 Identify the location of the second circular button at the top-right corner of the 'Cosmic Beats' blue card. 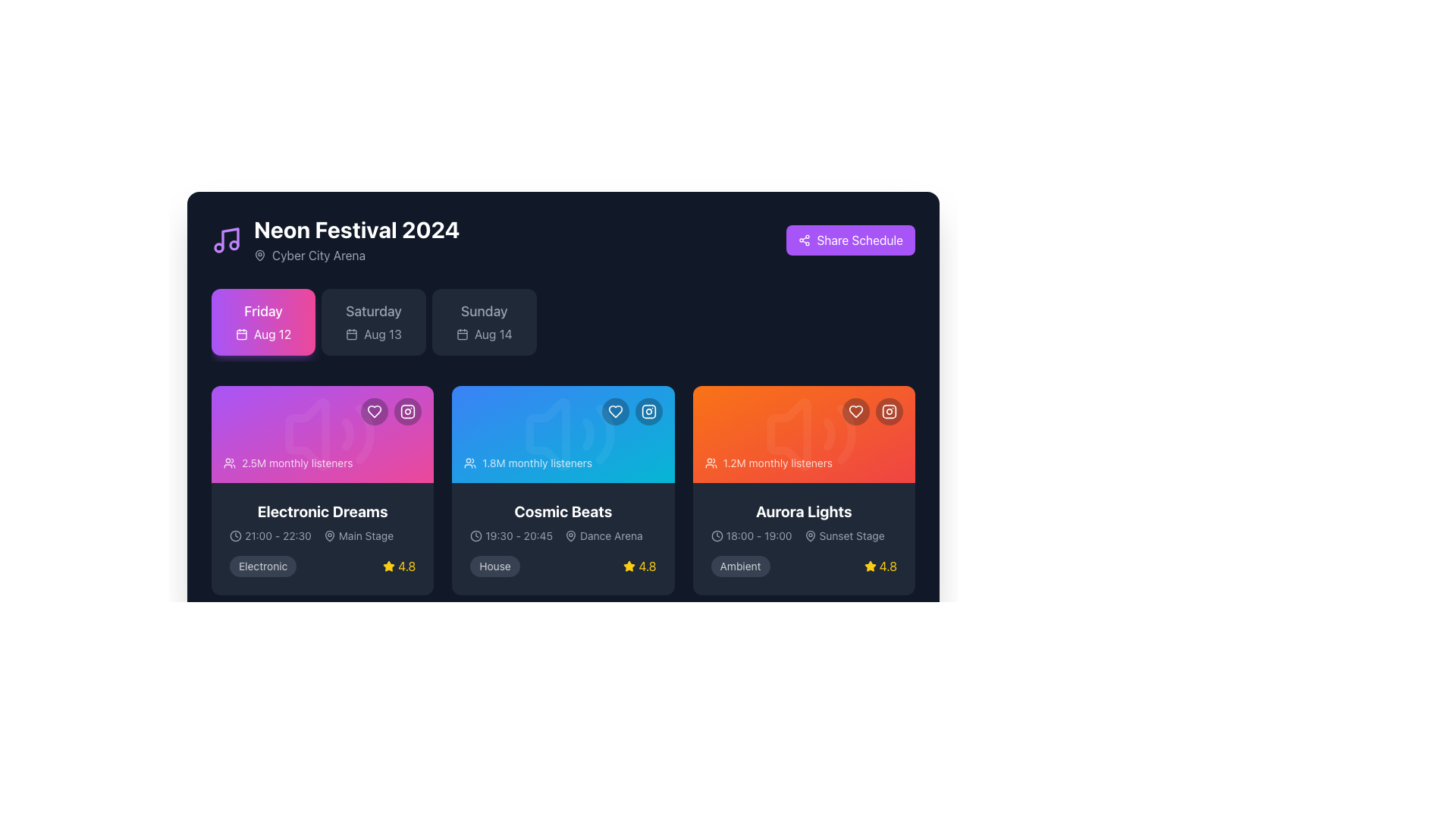
(648, 412).